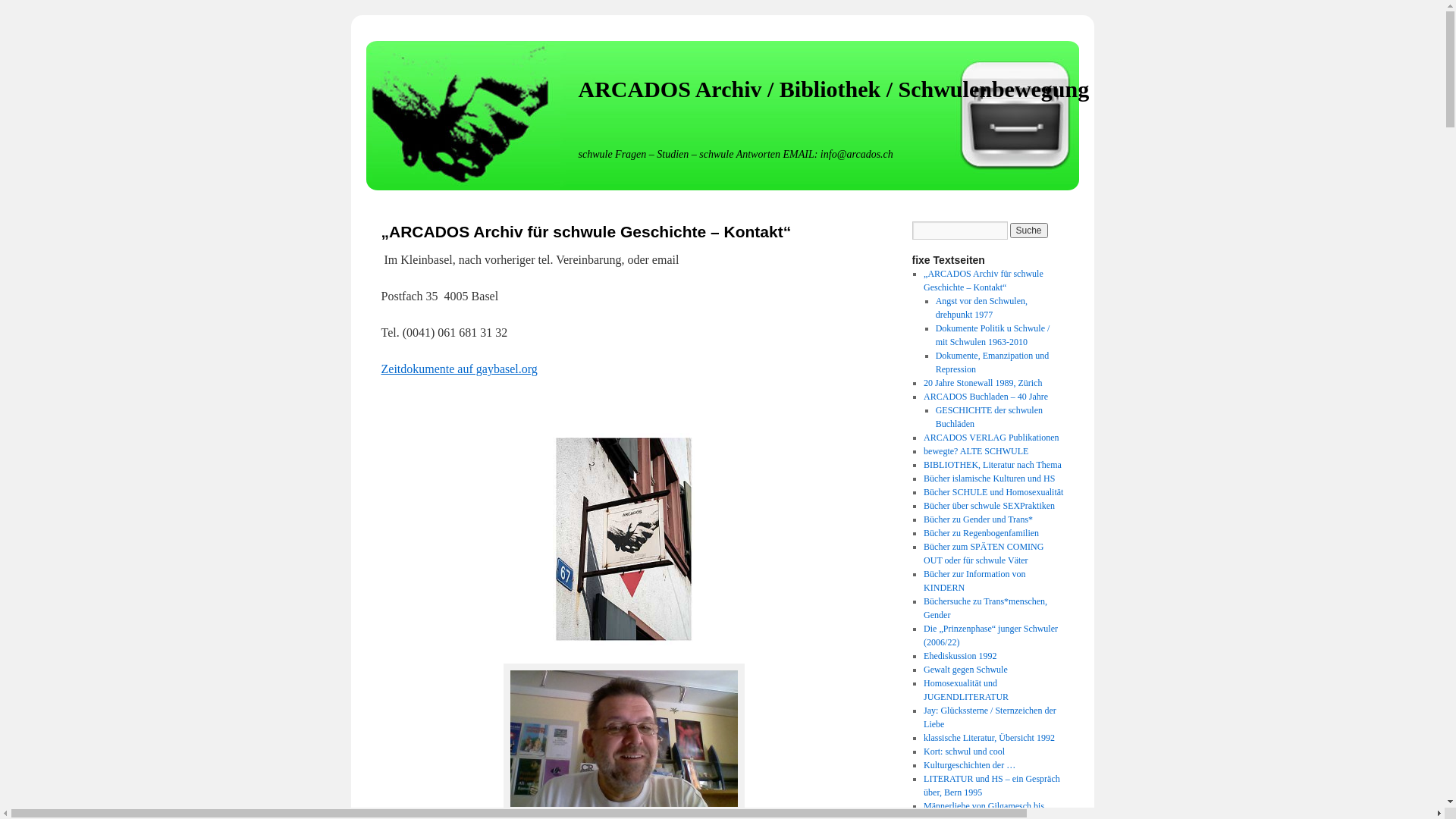 The height and width of the screenshot is (819, 1456). What do you see at coordinates (993, 464) in the screenshot?
I see `'BIBLIOTHEK, Literatur nach Thema'` at bounding box center [993, 464].